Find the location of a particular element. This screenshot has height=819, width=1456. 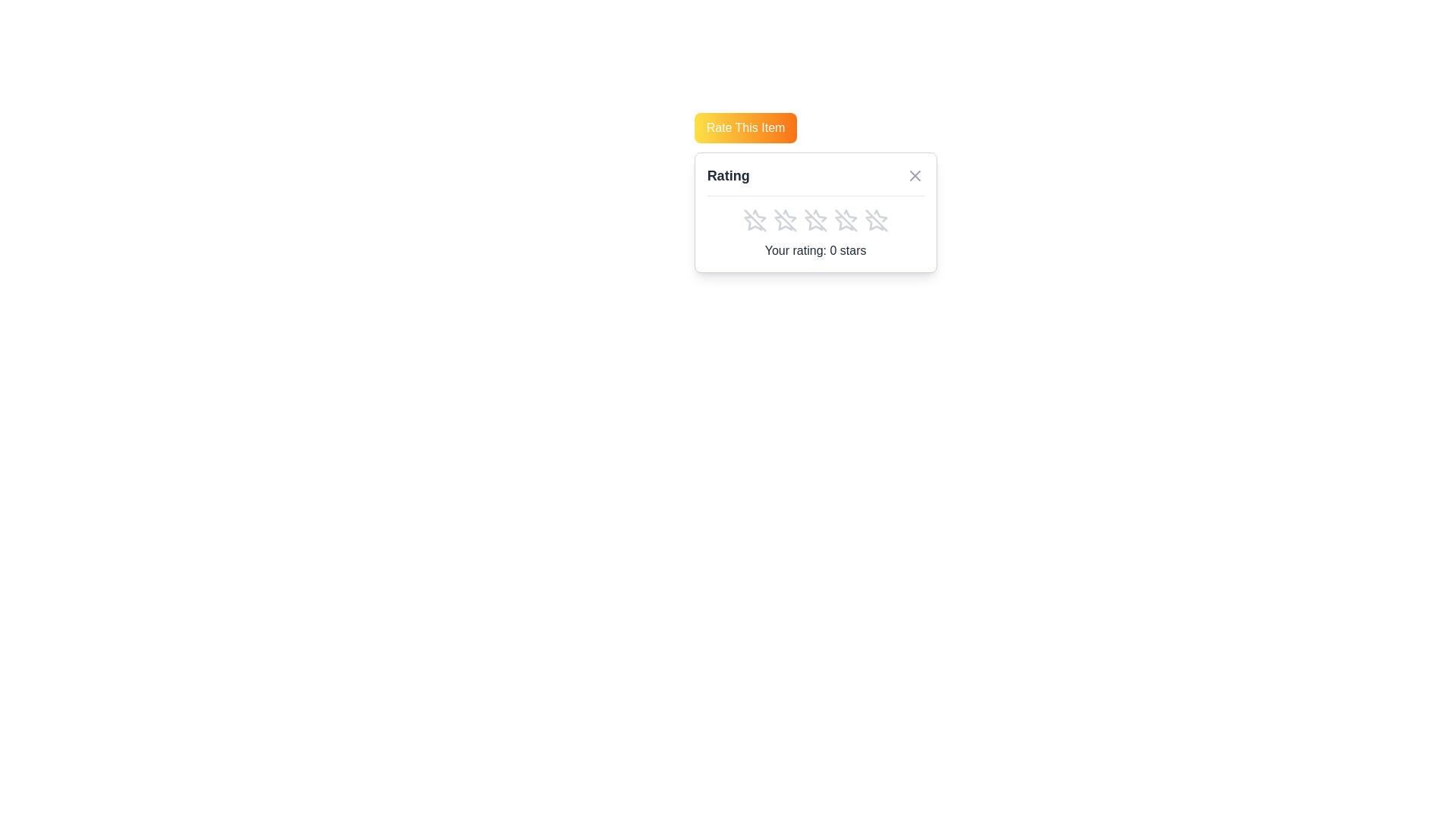

the star icon in the Rating Widget is located at coordinates (814, 212).